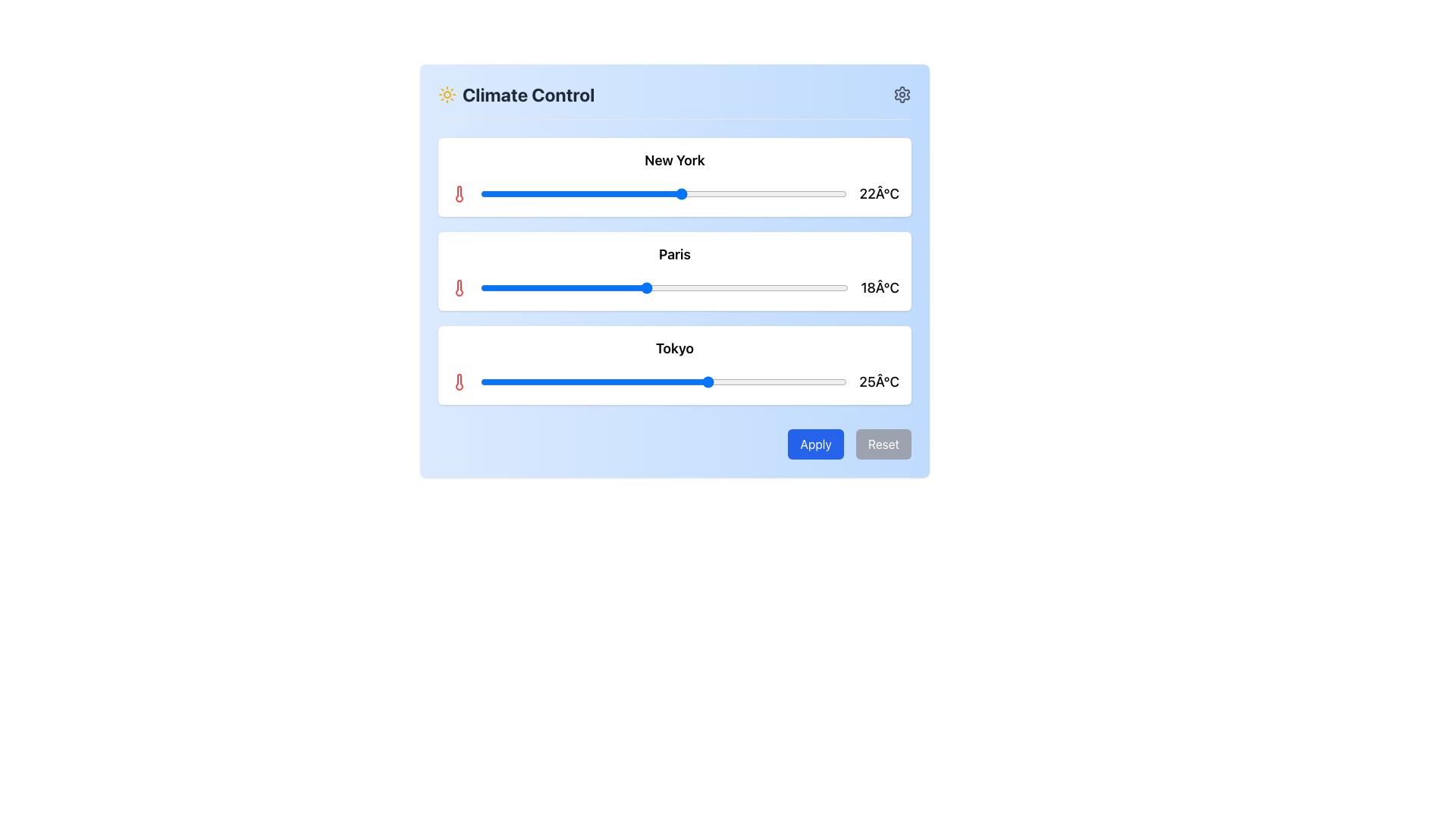 The height and width of the screenshot is (819, 1456). I want to click on the temperature for Paris, so click(499, 288).